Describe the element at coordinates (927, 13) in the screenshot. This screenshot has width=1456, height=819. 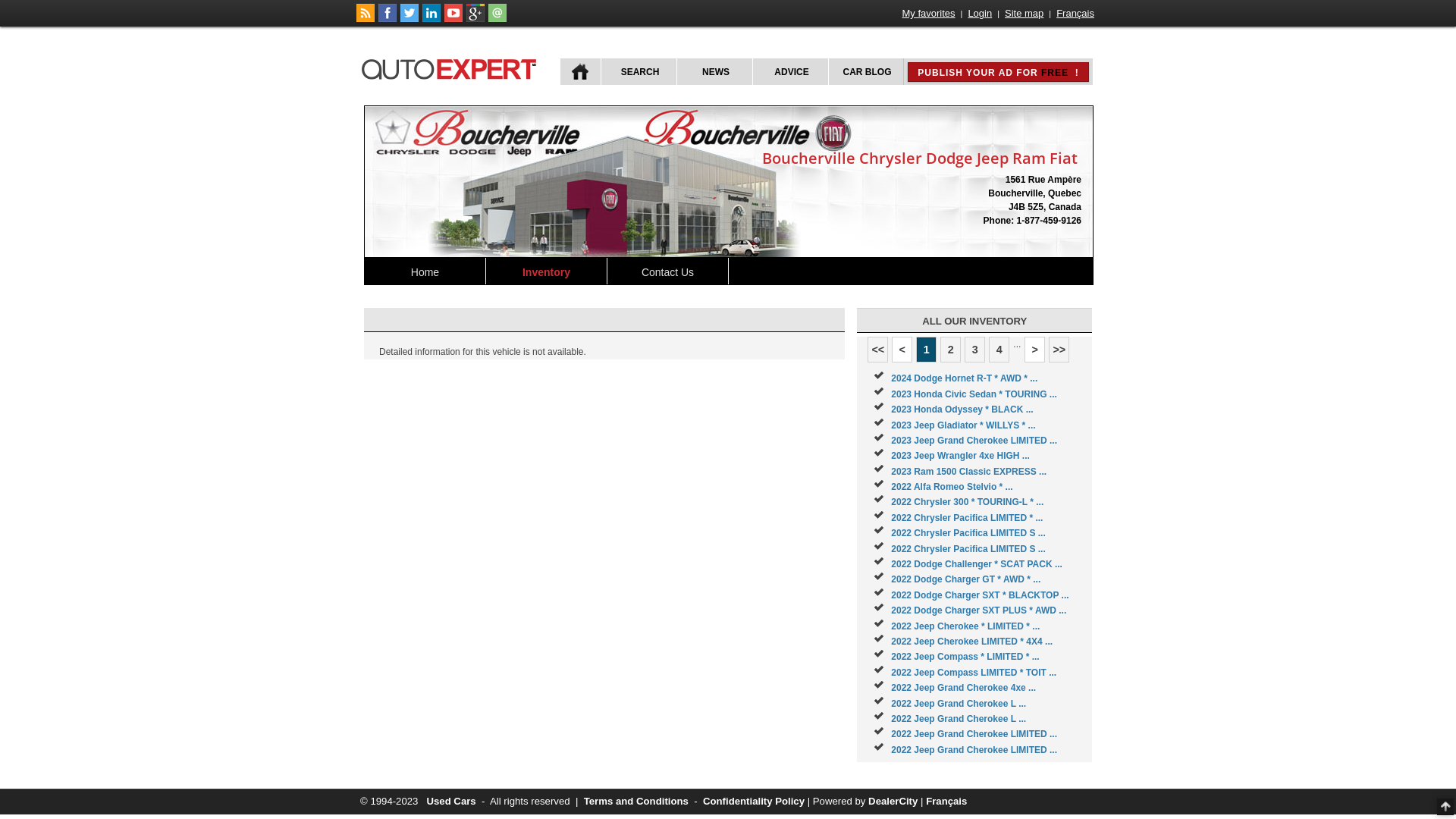
I see `'My favorites'` at that location.